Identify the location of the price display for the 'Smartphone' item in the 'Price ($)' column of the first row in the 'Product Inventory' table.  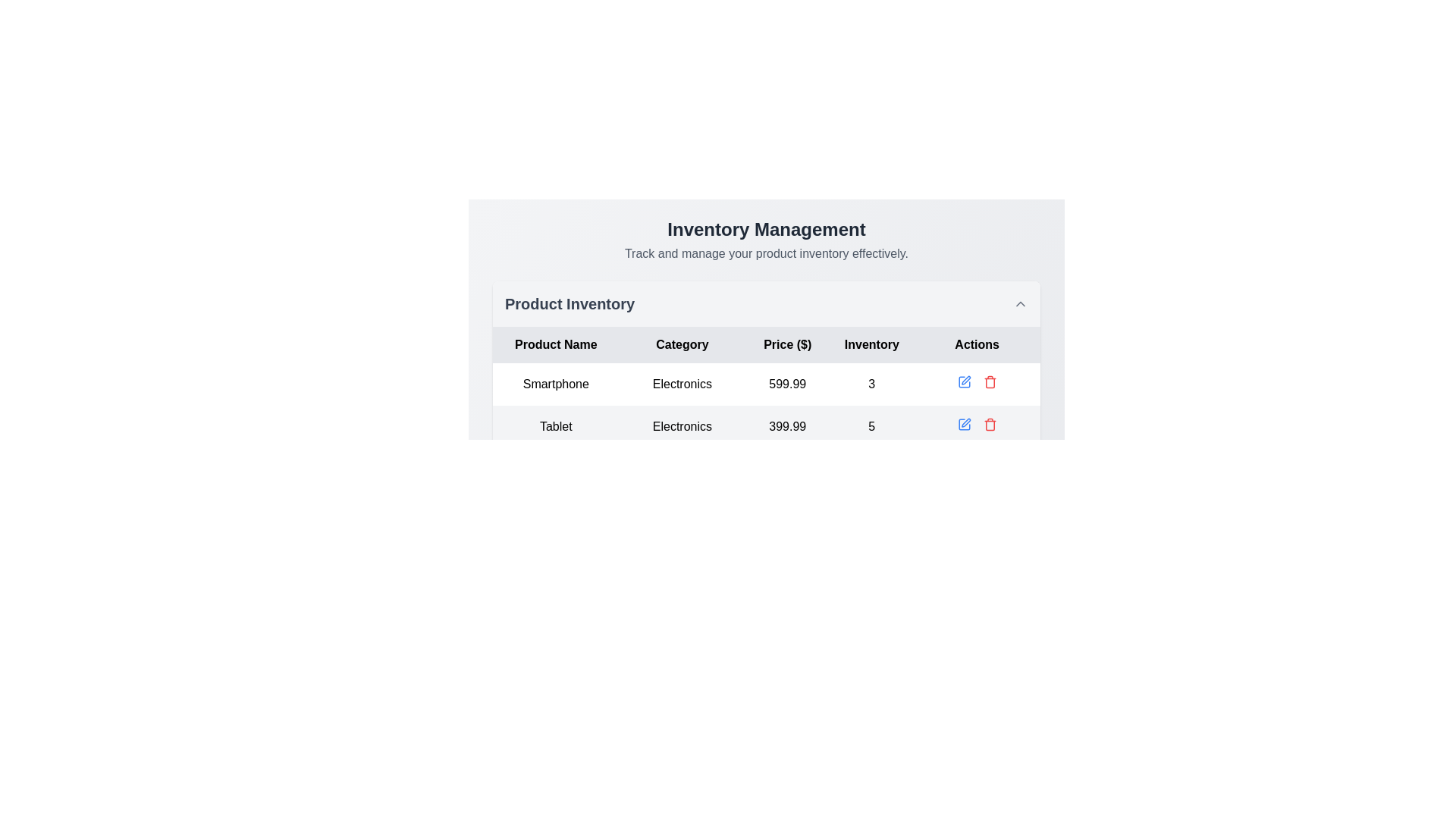
(787, 383).